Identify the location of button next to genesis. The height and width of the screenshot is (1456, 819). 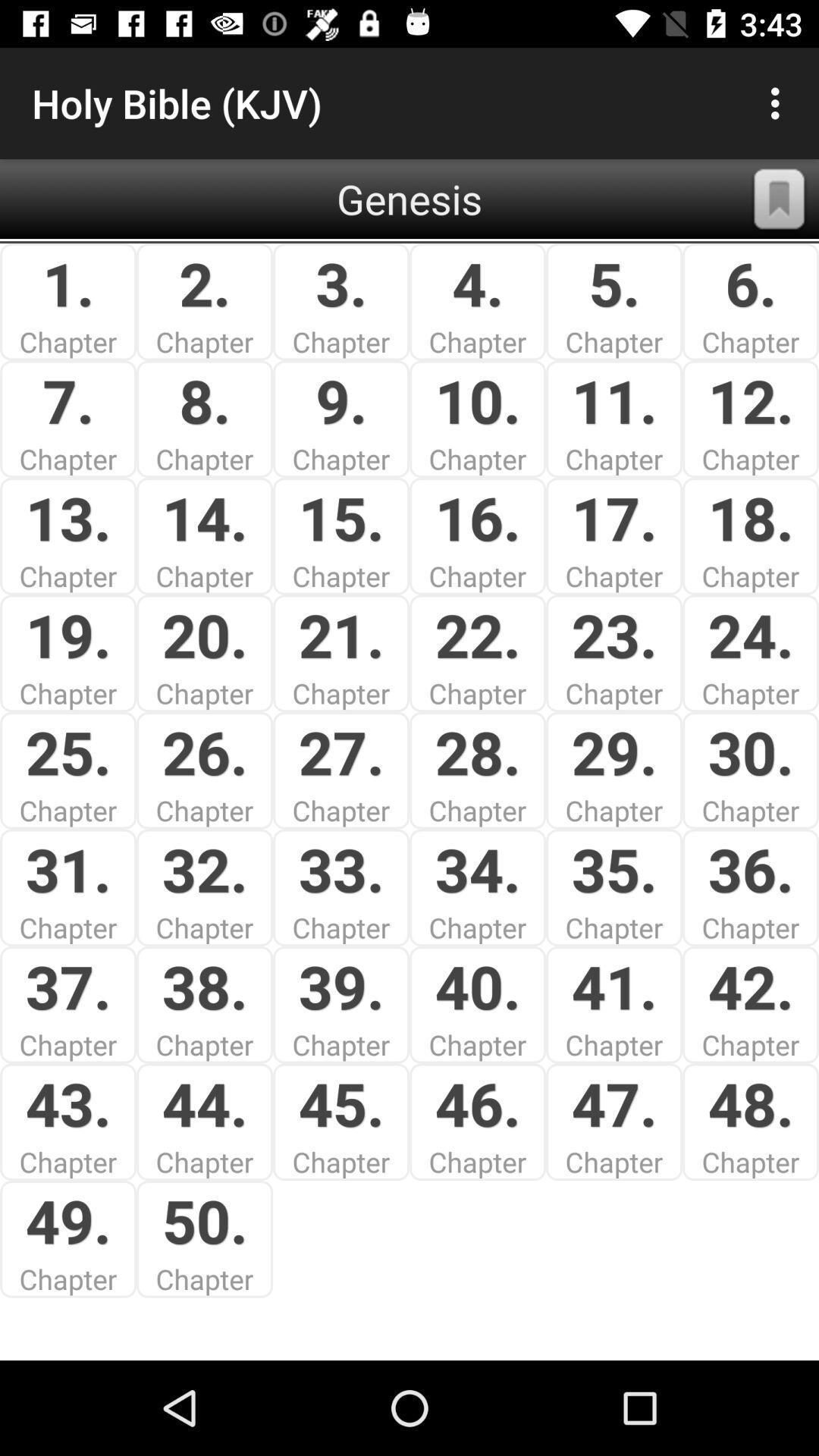
(779, 198).